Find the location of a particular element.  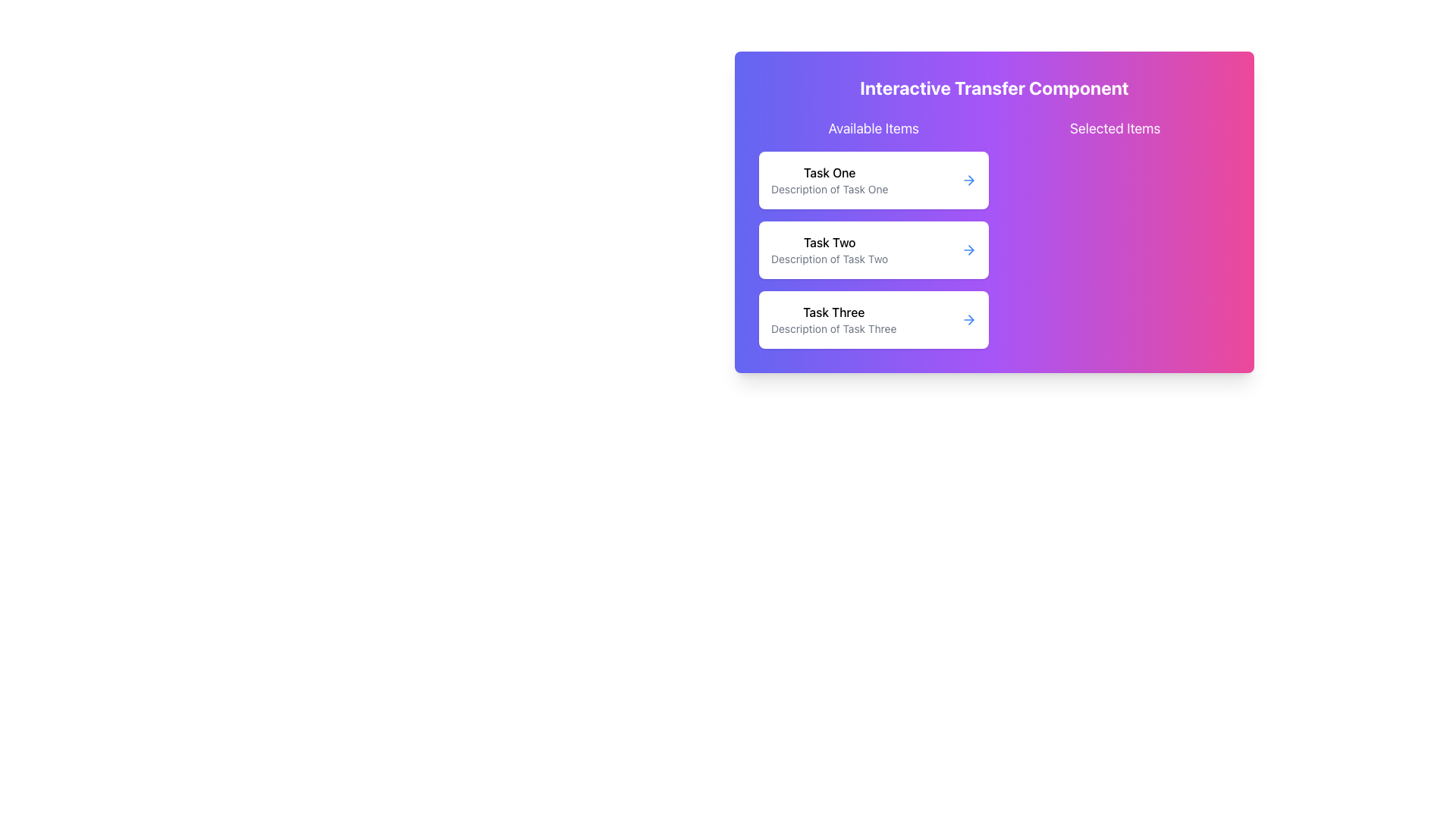

the 'Selected Items' text label, which is displayed in bold white font at the top-right of the section with a vibrant purple to pink gradient background is located at coordinates (1115, 127).